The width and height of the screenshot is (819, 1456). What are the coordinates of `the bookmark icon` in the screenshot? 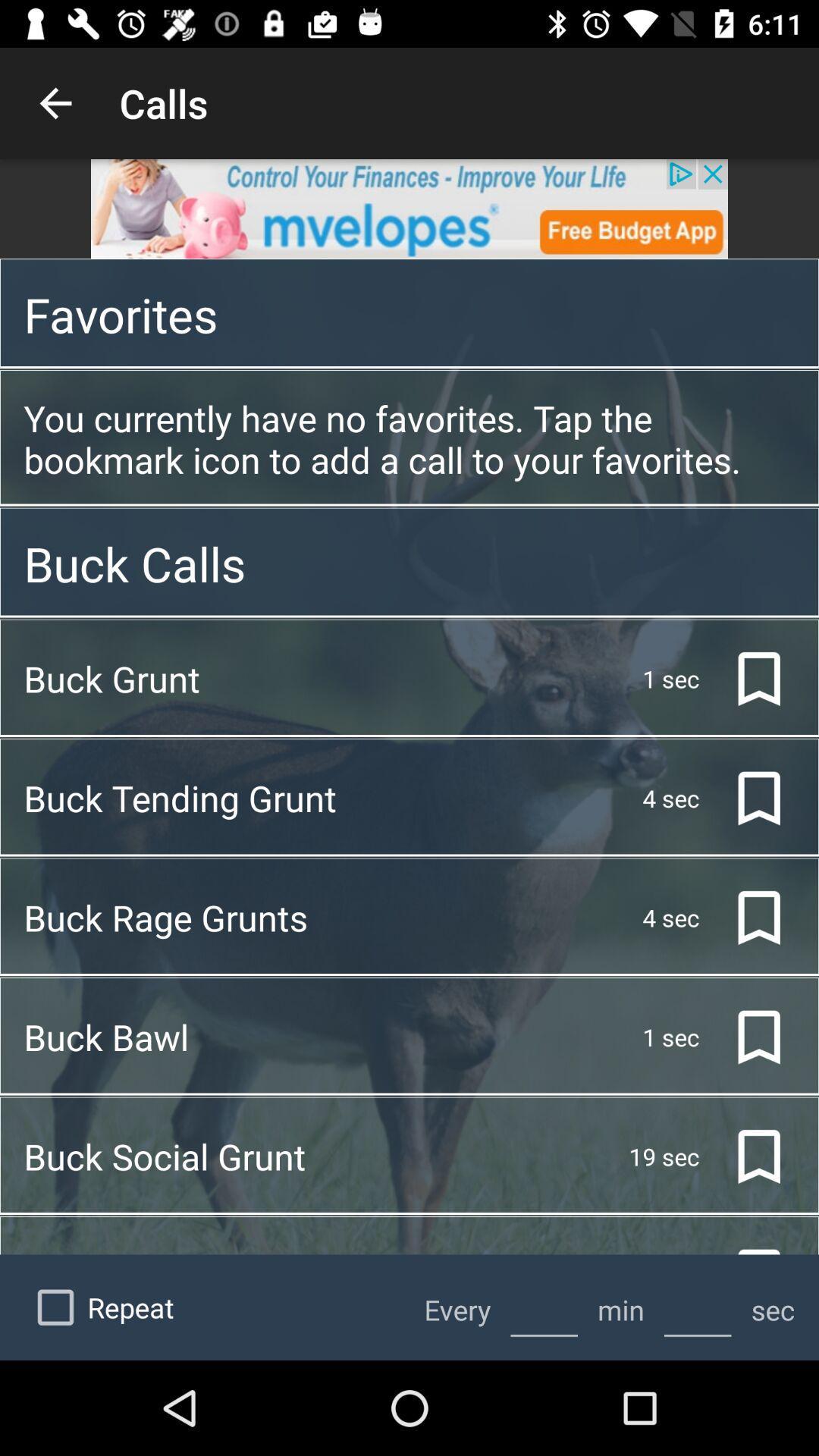 It's located at (746, 1037).